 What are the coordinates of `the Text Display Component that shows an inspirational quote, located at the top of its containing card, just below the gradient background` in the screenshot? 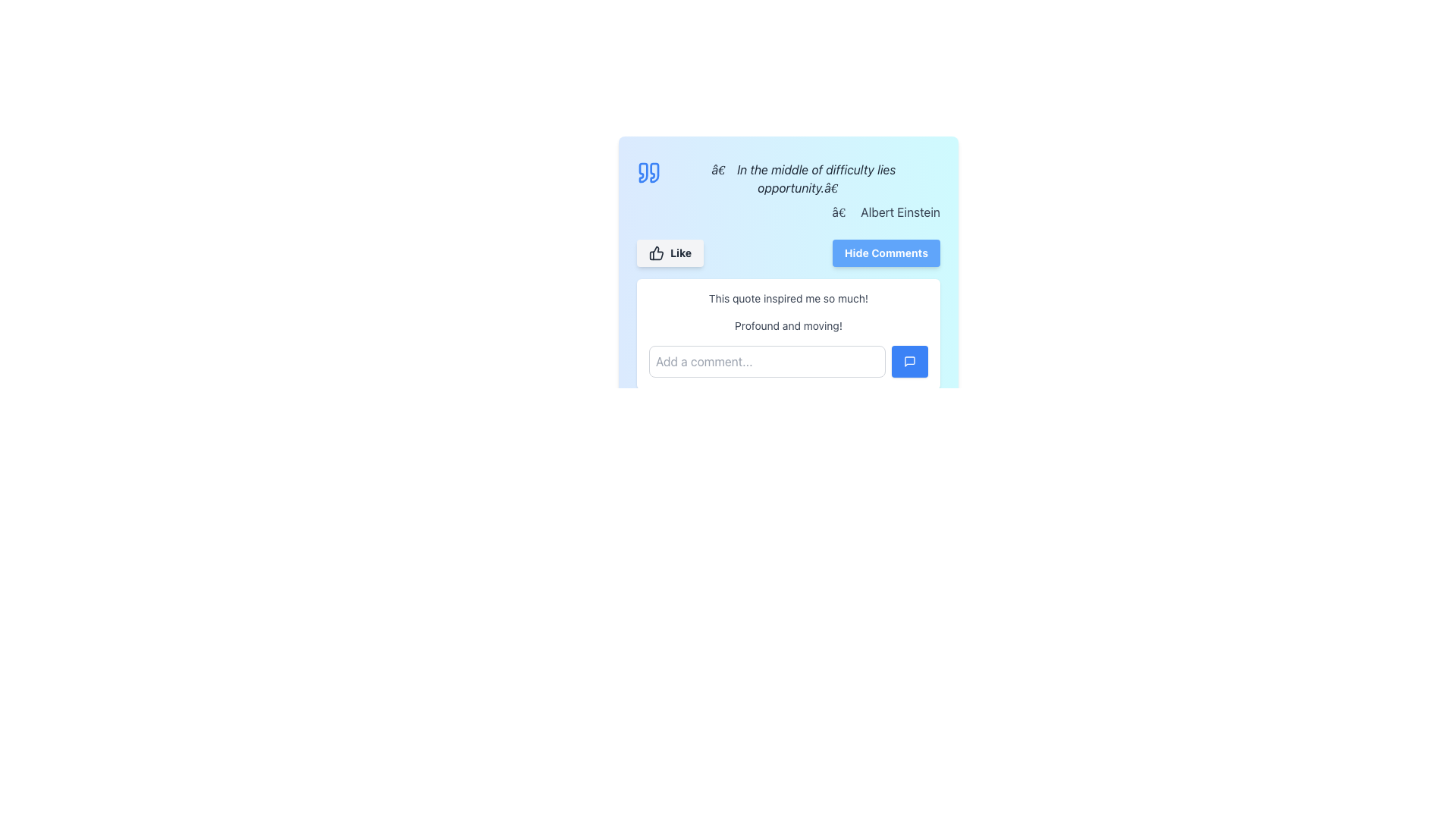 It's located at (789, 190).